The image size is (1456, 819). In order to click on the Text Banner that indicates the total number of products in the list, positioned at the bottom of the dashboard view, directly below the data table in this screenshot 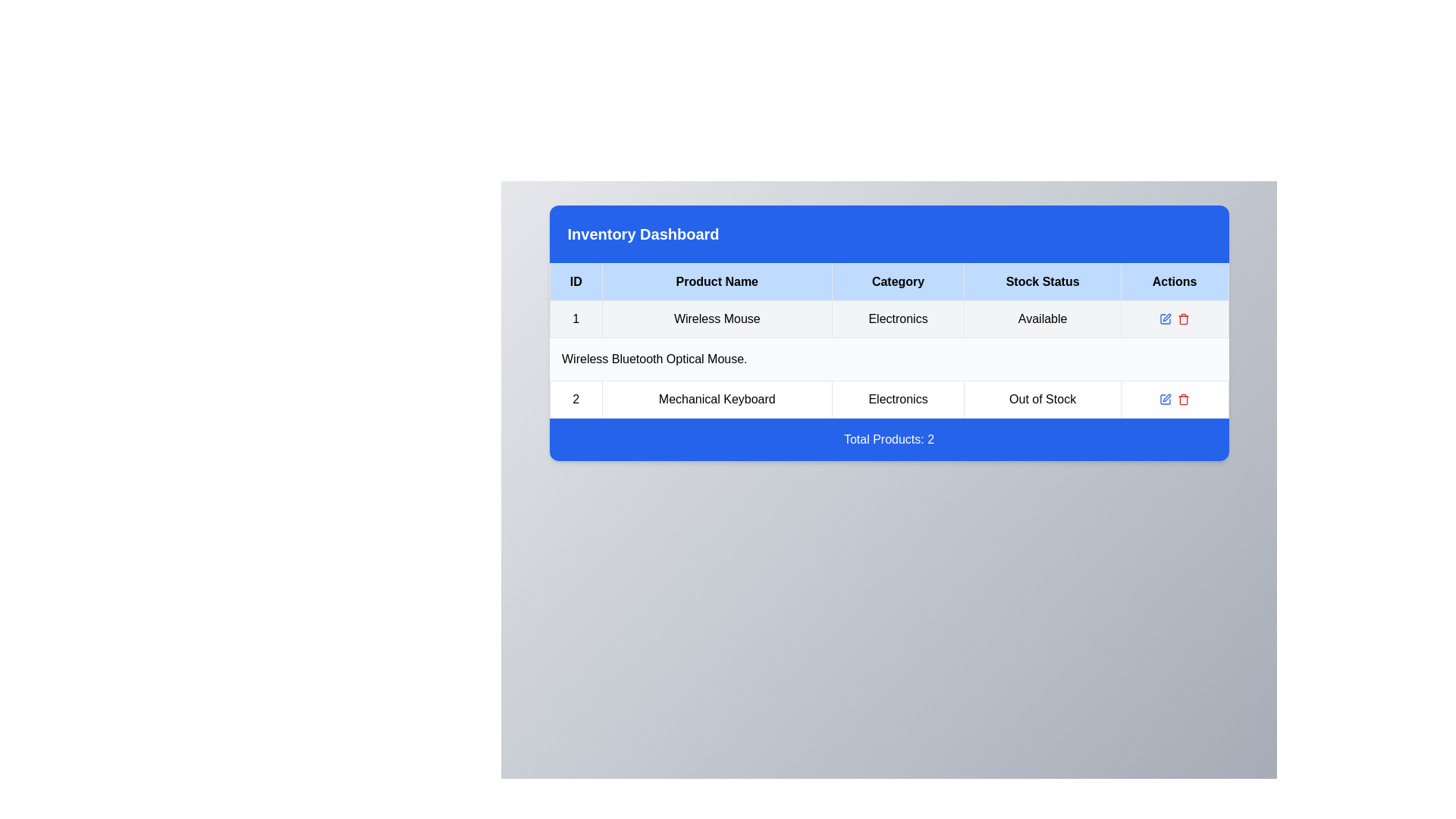, I will do `click(889, 439)`.